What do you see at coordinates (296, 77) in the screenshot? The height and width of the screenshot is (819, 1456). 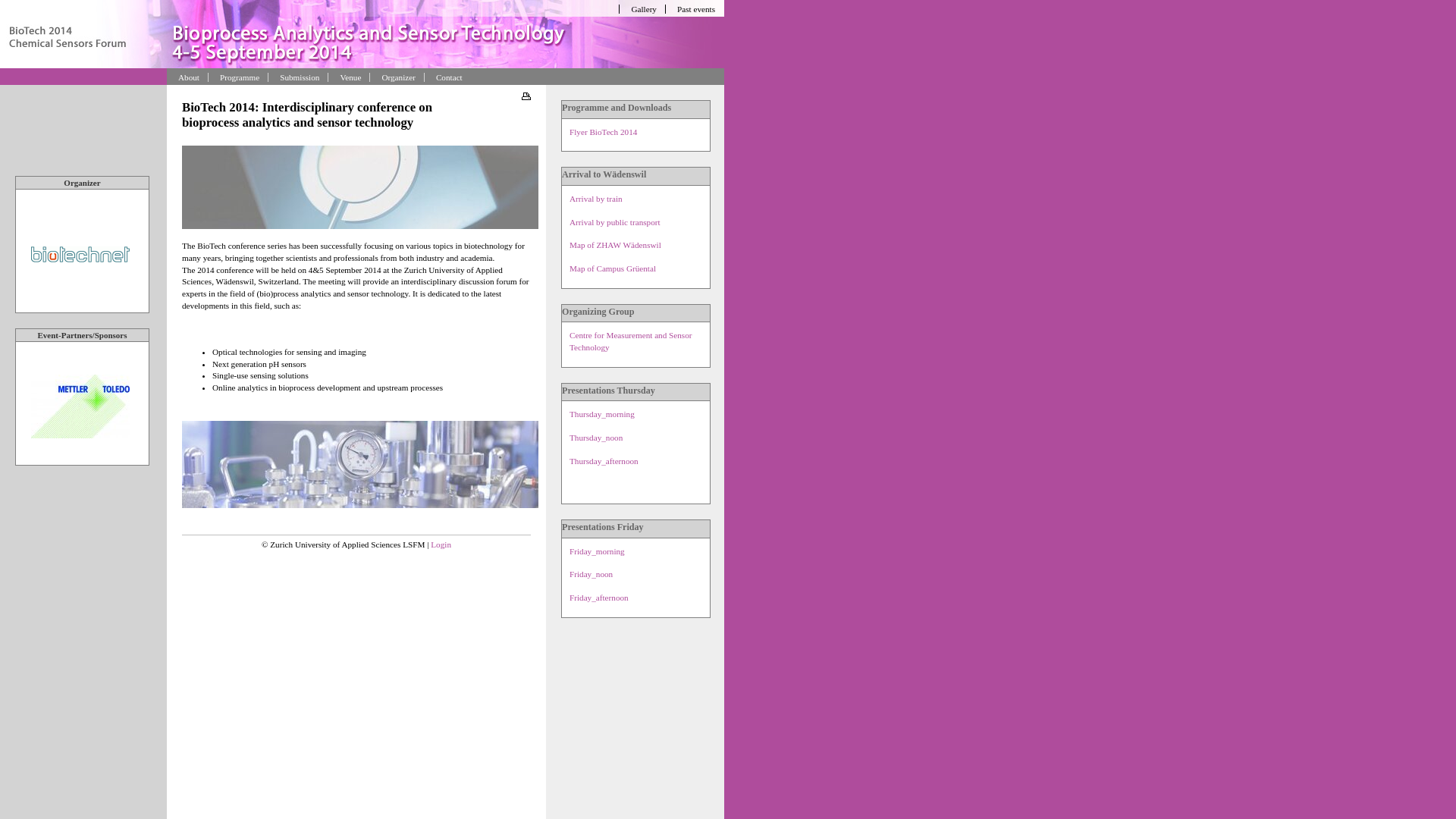 I see `'Submission'` at bounding box center [296, 77].